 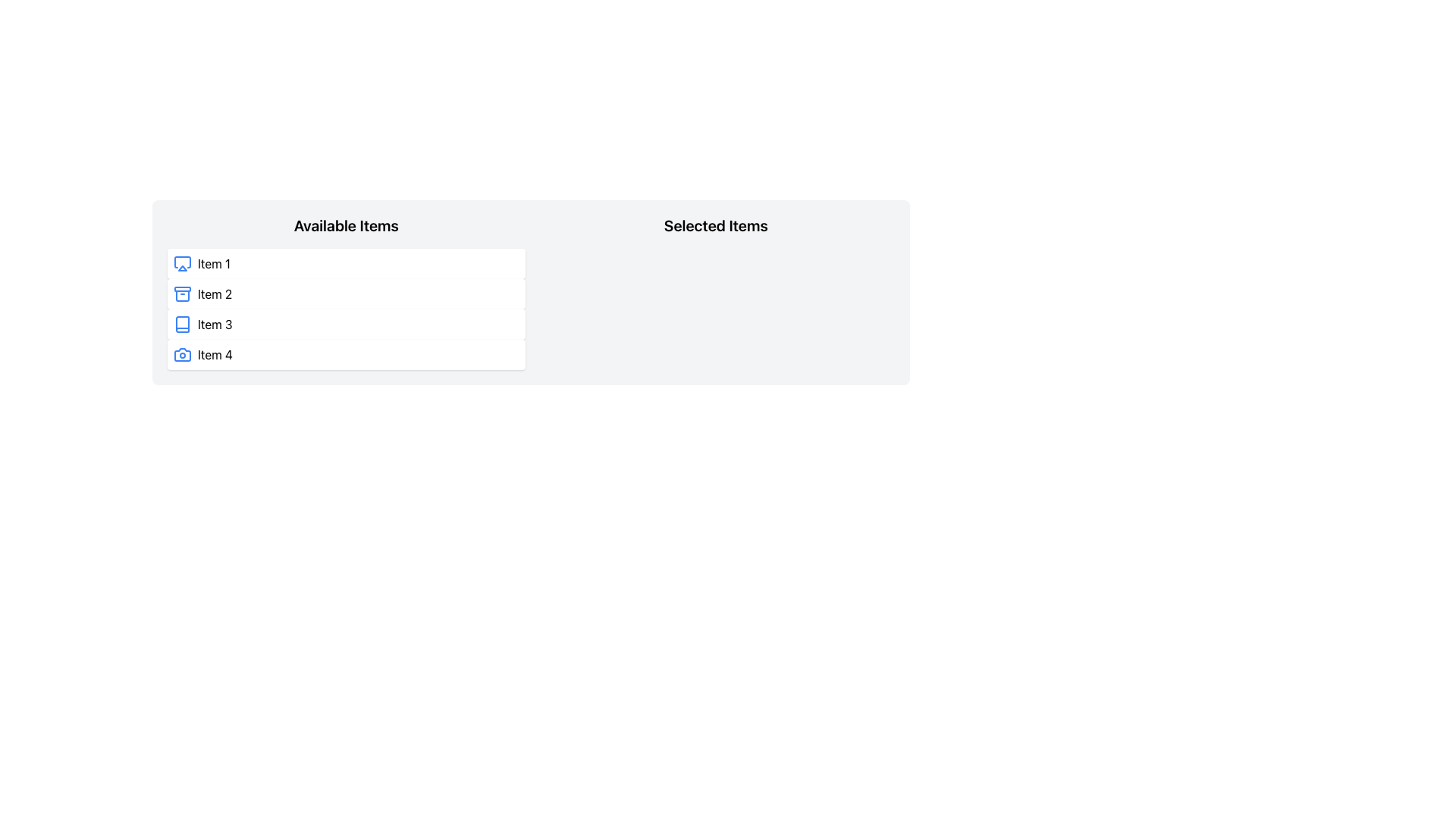 I want to click on stylized camera icon with a blue outline located in the bottom list entry of the 'Available Items' section, which is aligned with the label 'Item 4', so click(x=182, y=354).